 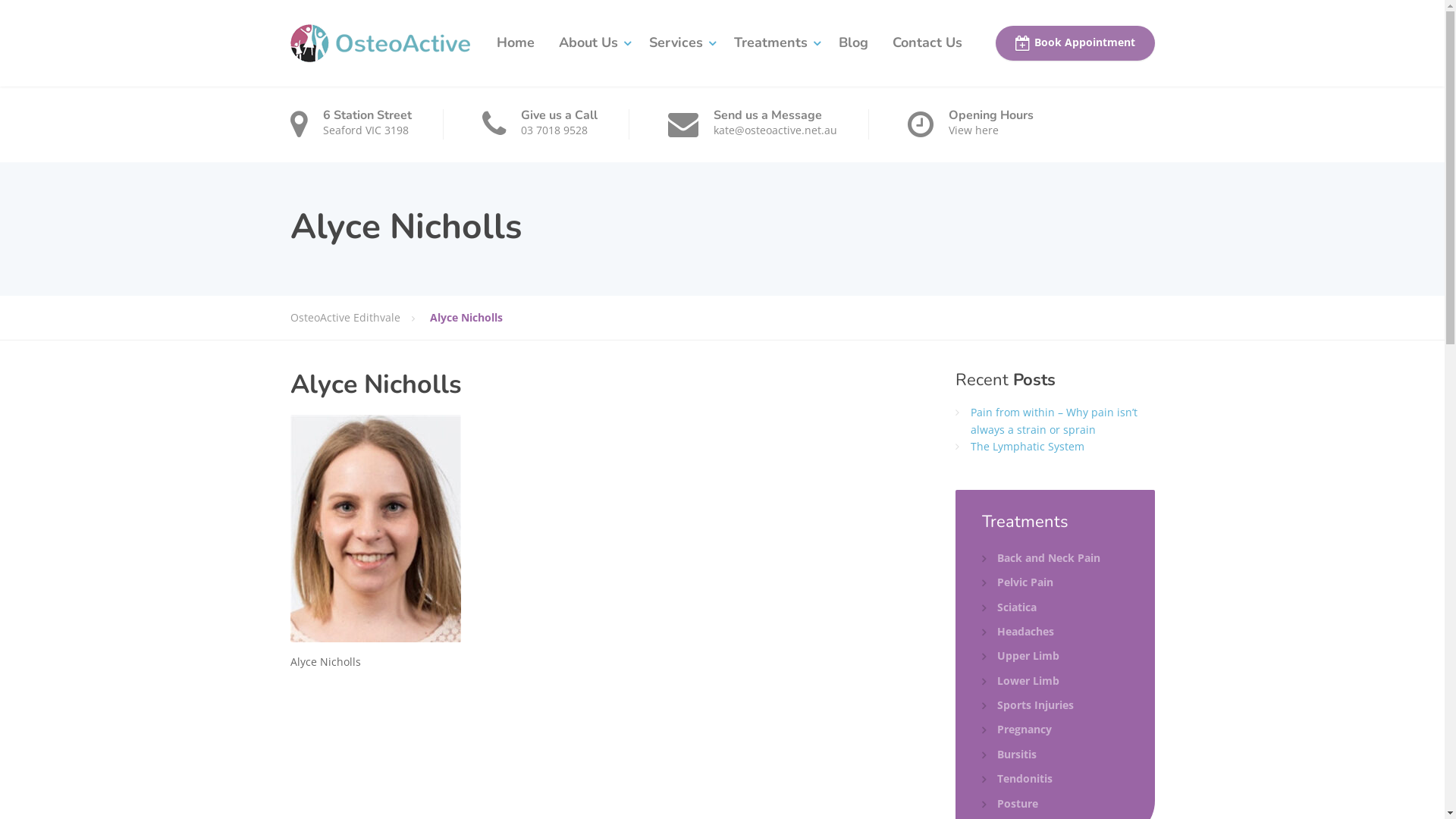 I want to click on 'Back and Neck Pain', so click(x=1040, y=558).